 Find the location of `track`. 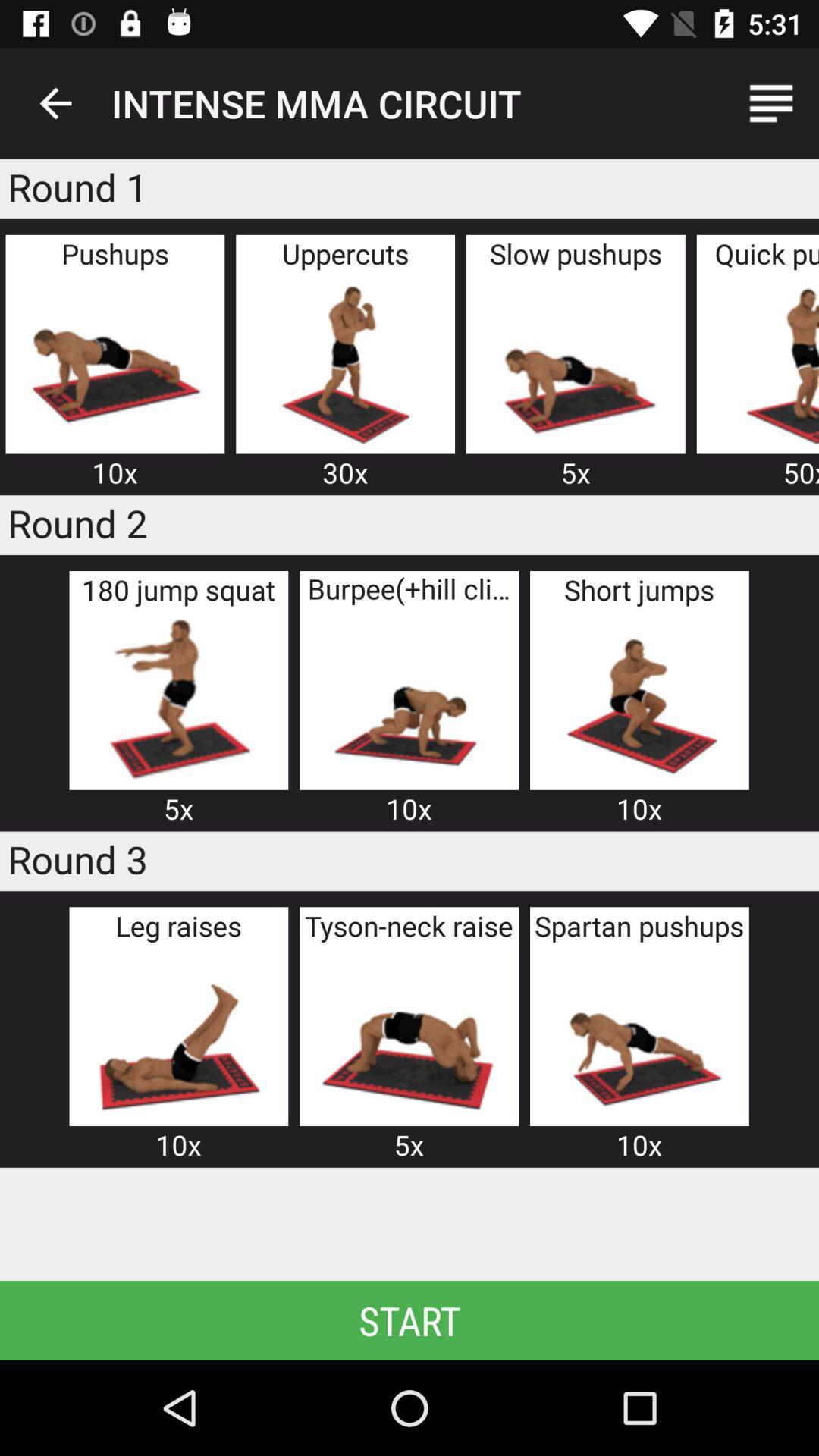

track is located at coordinates (177, 1034).